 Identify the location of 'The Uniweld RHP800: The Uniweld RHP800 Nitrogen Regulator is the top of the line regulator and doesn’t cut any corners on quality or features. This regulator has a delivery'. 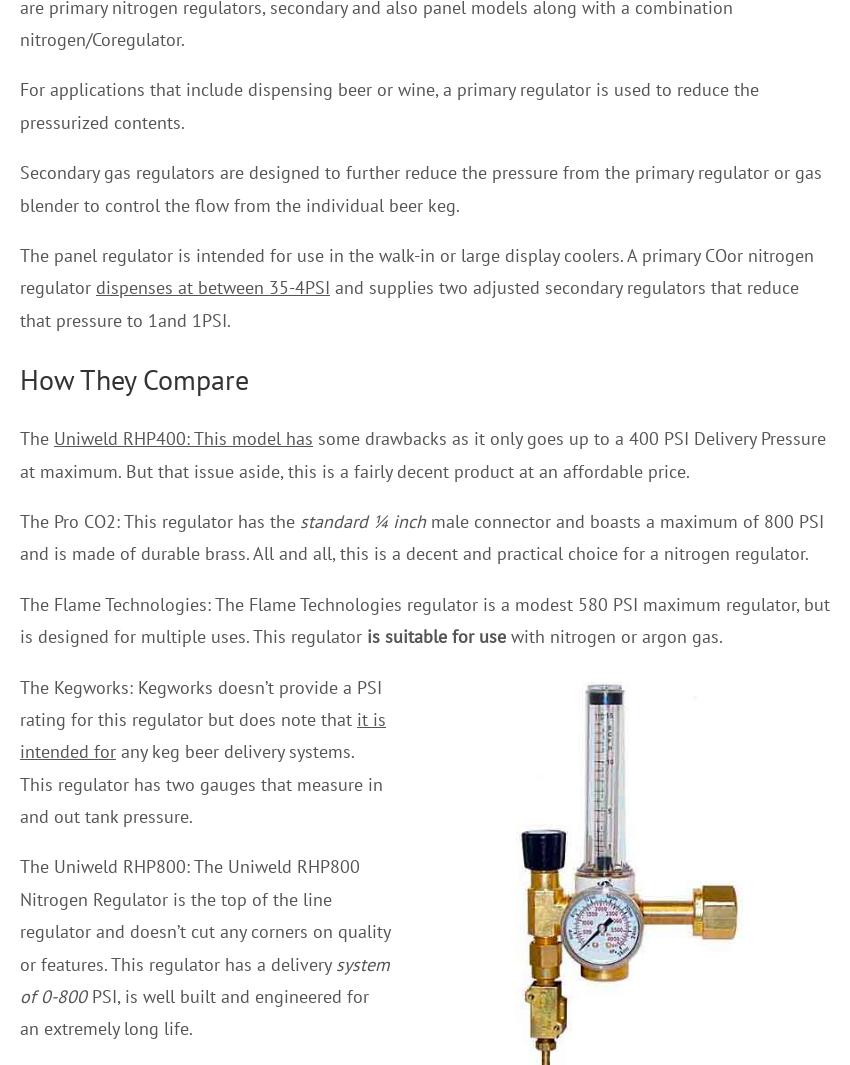
(204, 915).